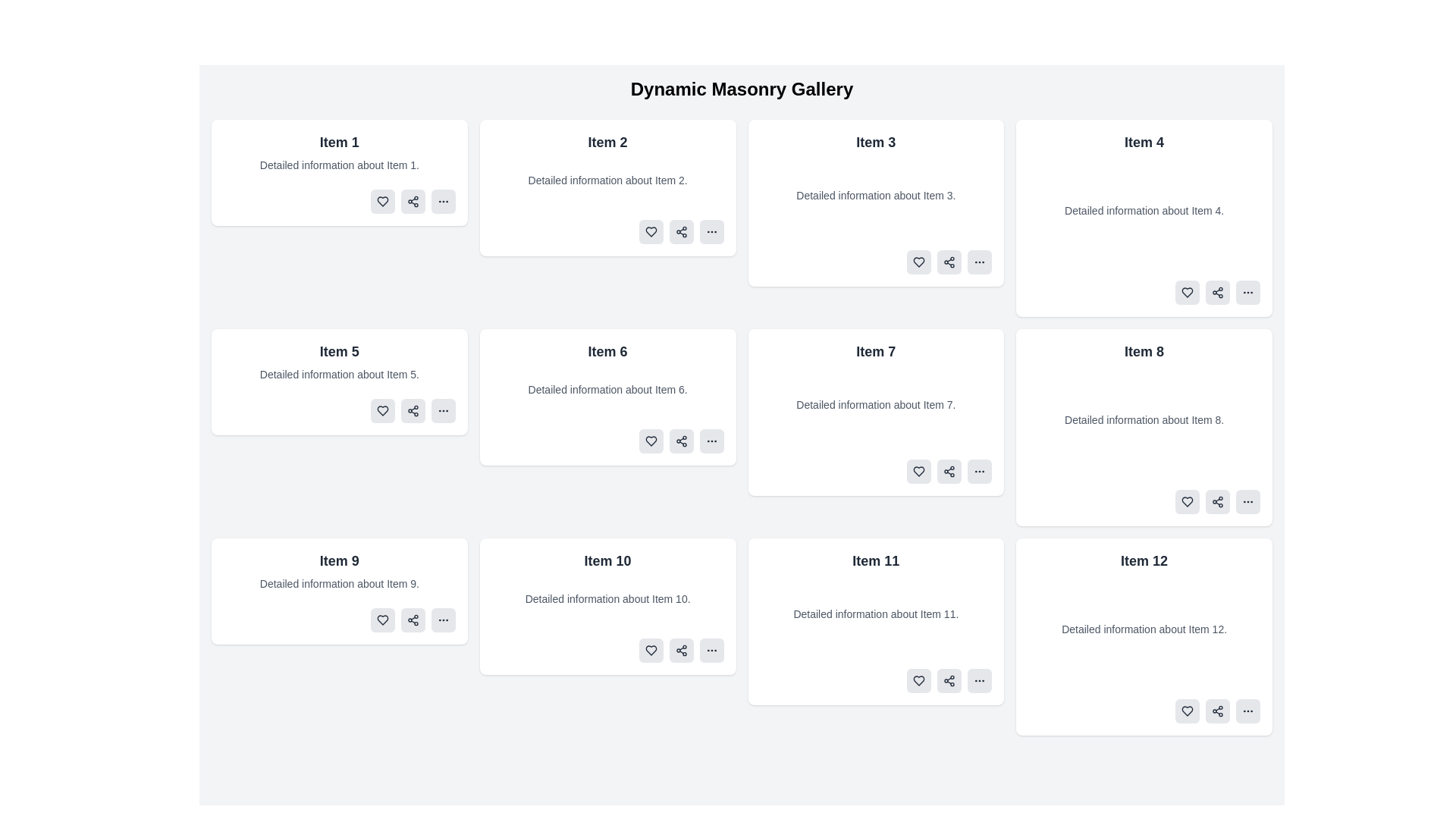 This screenshot has height=819, width=1456. What do you see at coordinates (711, 441) in the screenshot?
I see `the options menu button, which is the fourth interactive icon in the action area of the card labeled 'Item 6'` at bounding box center [711, 441].